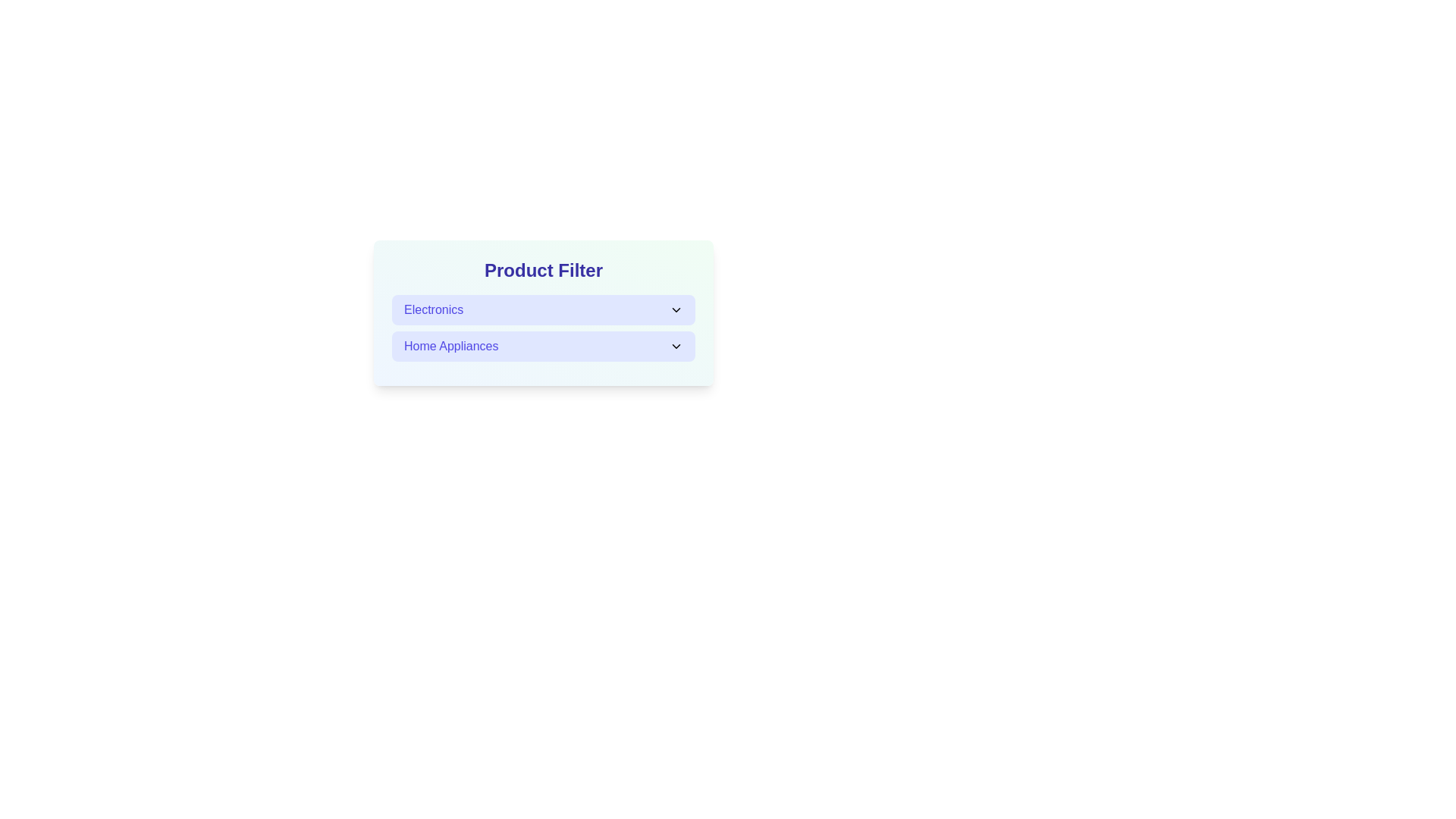 This screenshot has height=819, width=1456. What do you see at coordinates (543, 270) in the screenshot?
I see `the 'Product Filter' text label, which serves as a section header for product categories including 'Electronics' and 'Home Appliances'` at bounding box center [543, 270].